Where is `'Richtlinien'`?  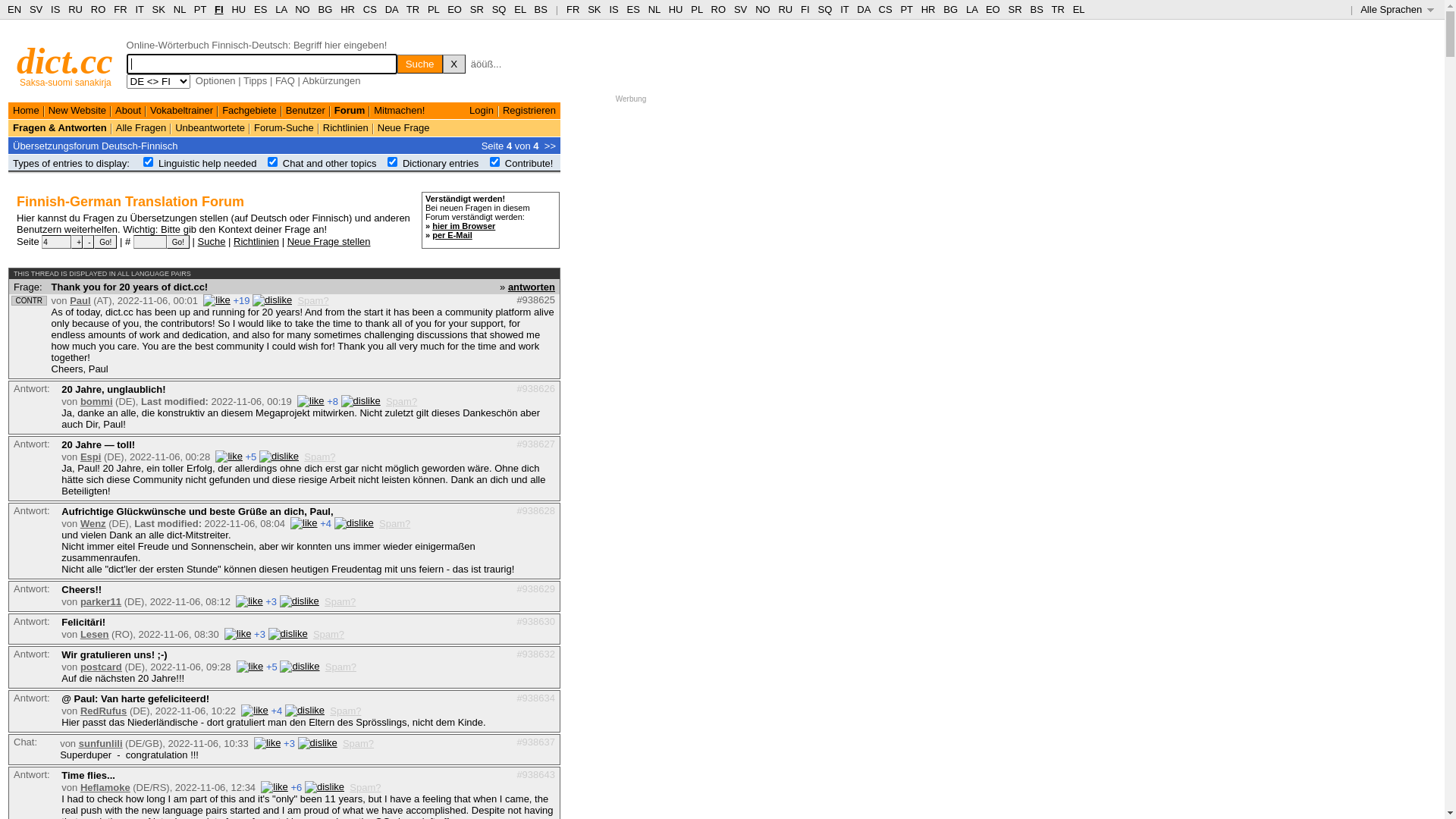
'Richtlinien' is located at coordinates (232, 240).